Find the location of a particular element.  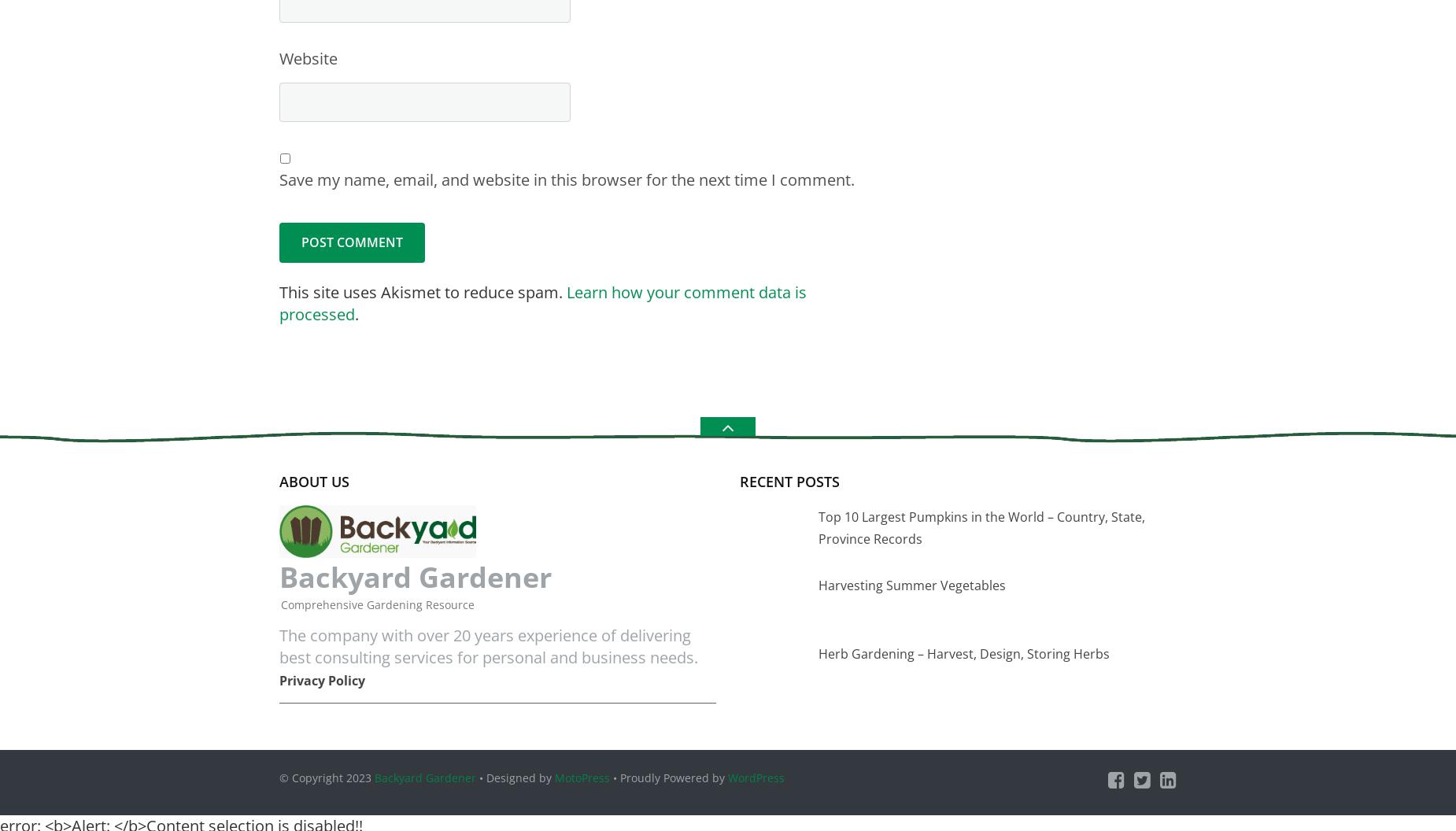

'Website' is located at coordinates (308, 57).